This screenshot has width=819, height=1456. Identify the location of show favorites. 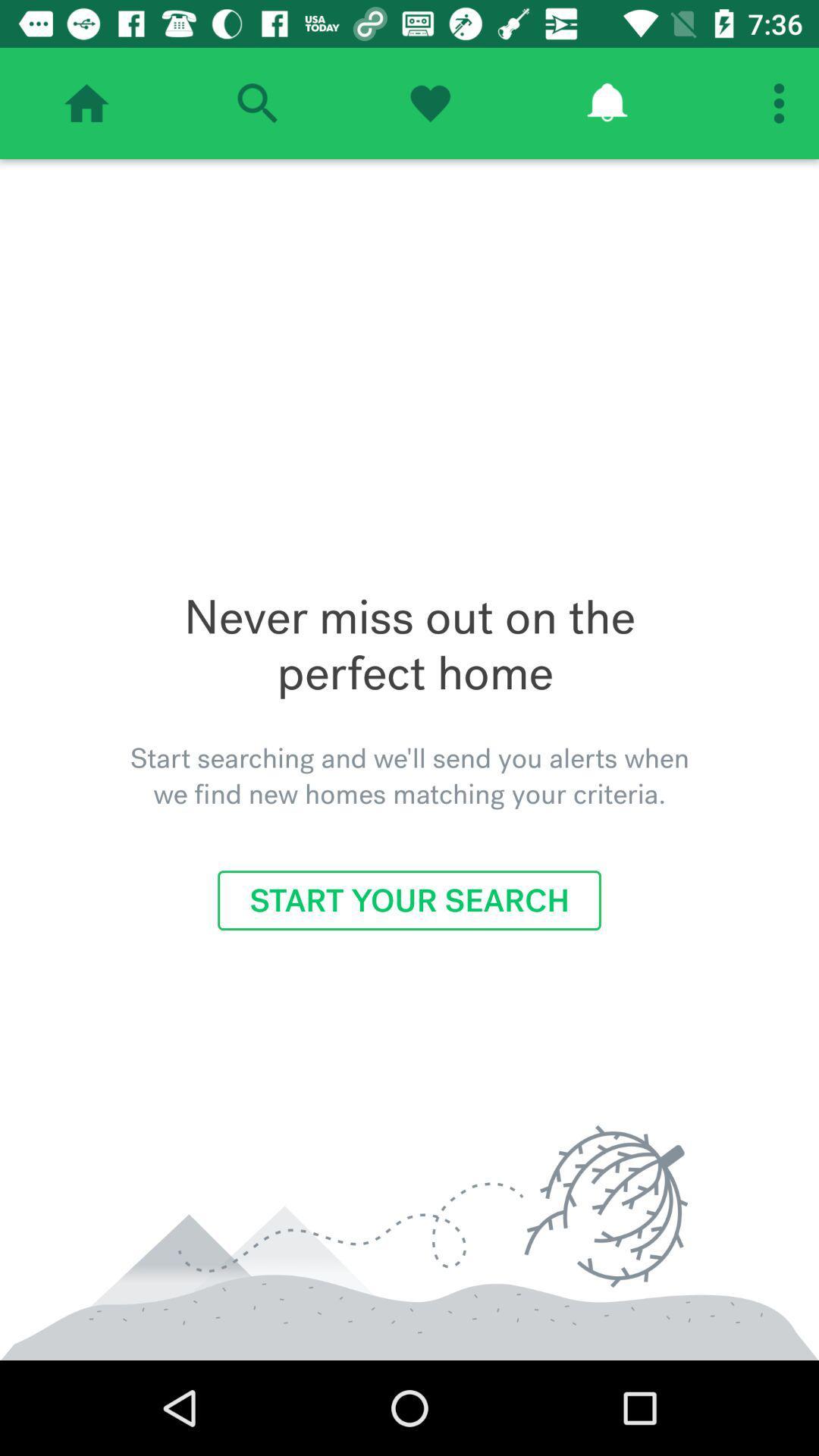
(430, 102).